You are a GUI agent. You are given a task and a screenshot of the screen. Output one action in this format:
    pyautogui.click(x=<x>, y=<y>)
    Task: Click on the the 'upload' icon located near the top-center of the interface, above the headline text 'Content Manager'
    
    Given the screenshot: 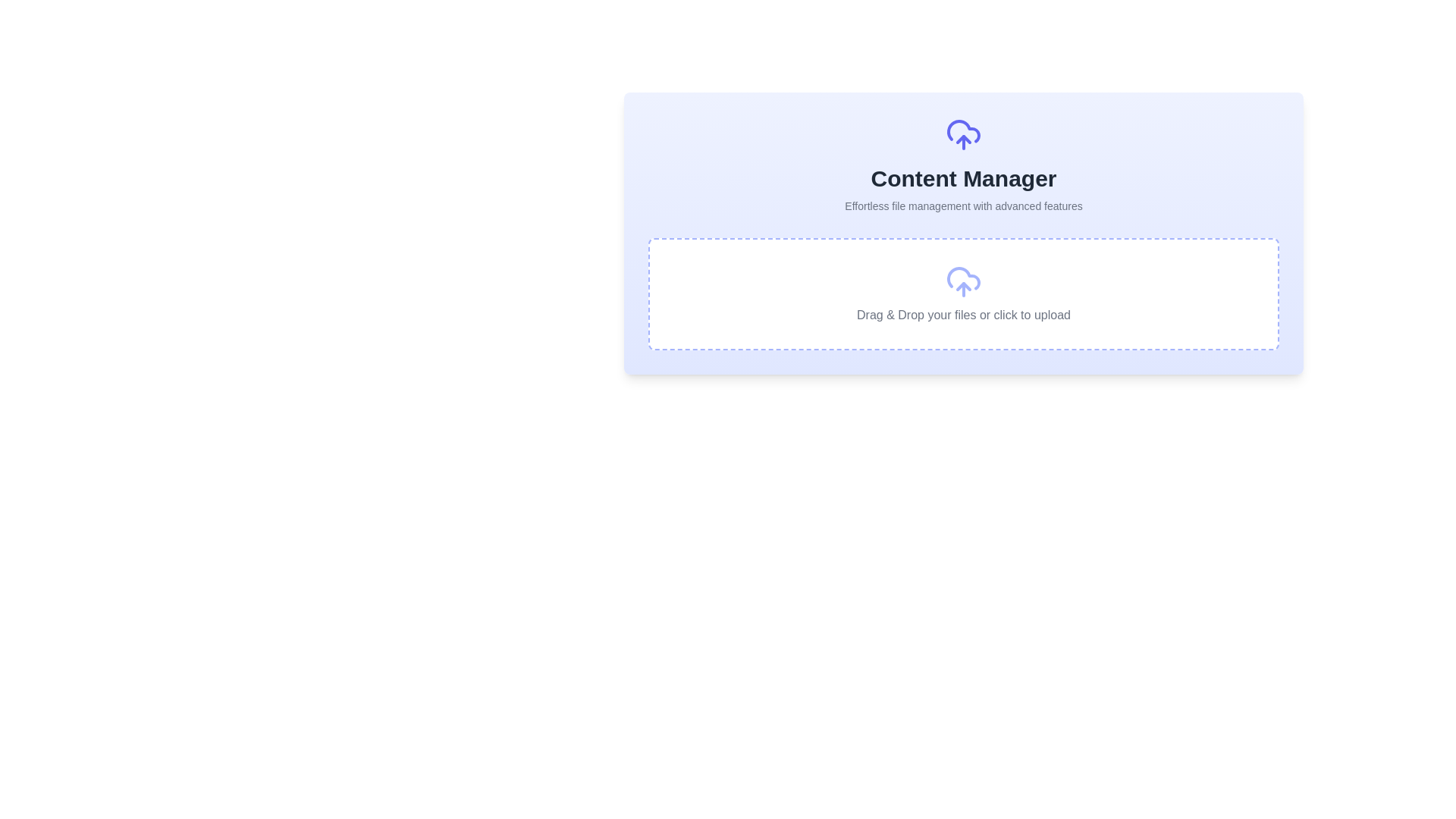 What is the action you would take?
    pyautogui.click(x=963, y=133)
    